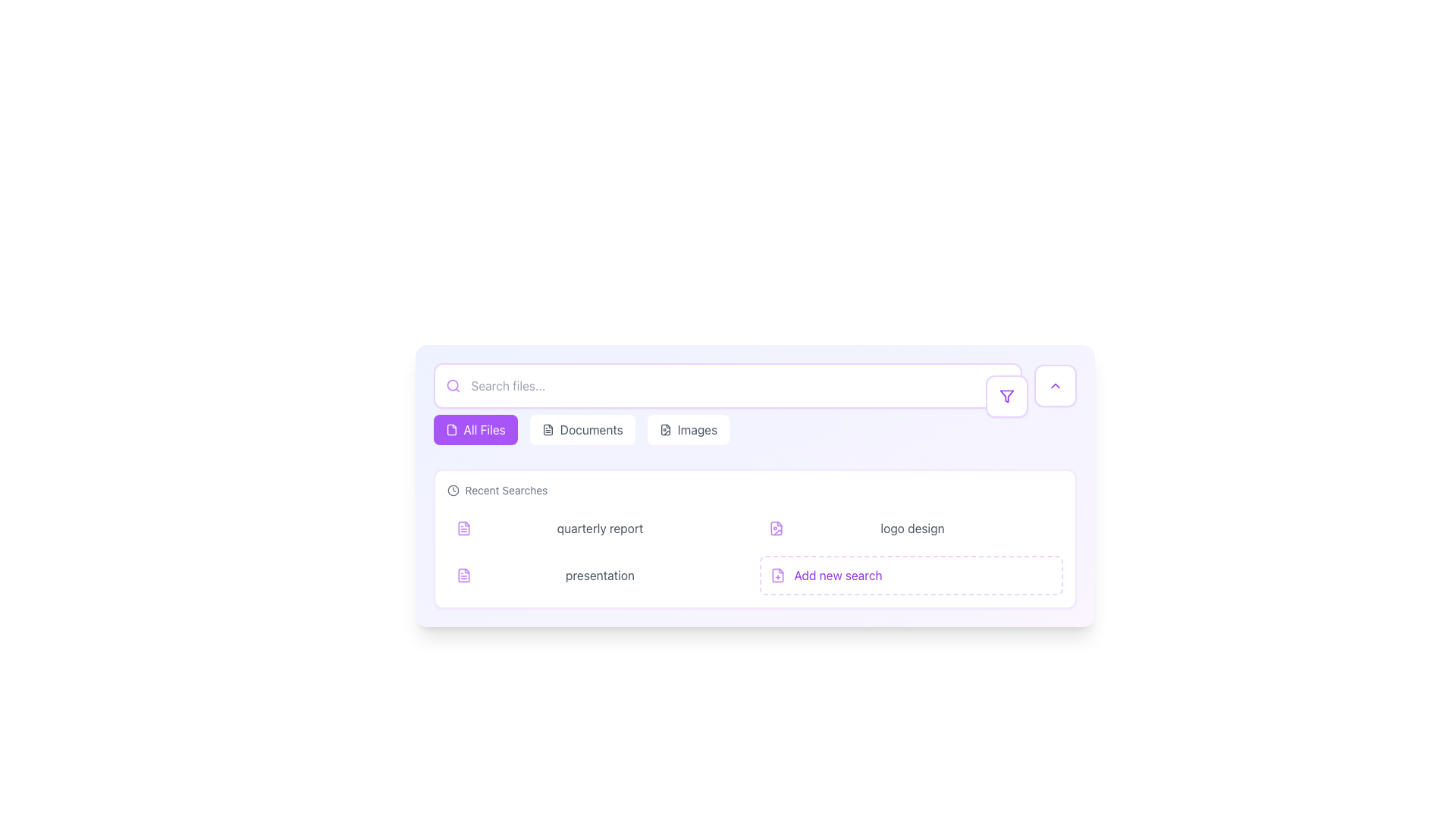 The image size is (1456, 819). What do you see at coordinates (463, 576) in the screenshot?
I see `the document outline icon with a purple hue located to the left of the text label 'presentation' in the recent search entry beneath the 'All Files' section` at bounding box center [463, 576].